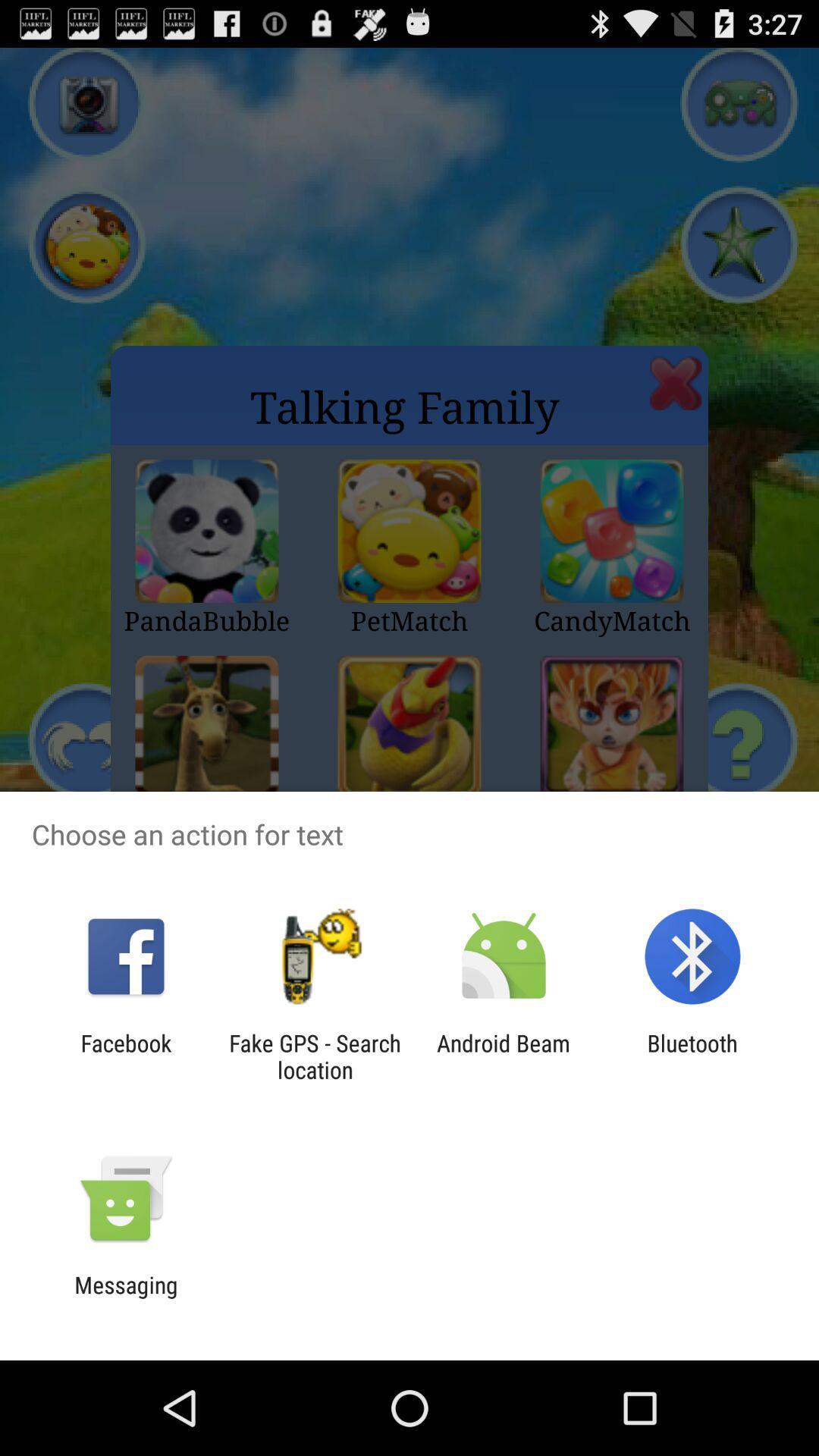  I want to click on the app next to bluetooth app, so click(504, 1056).